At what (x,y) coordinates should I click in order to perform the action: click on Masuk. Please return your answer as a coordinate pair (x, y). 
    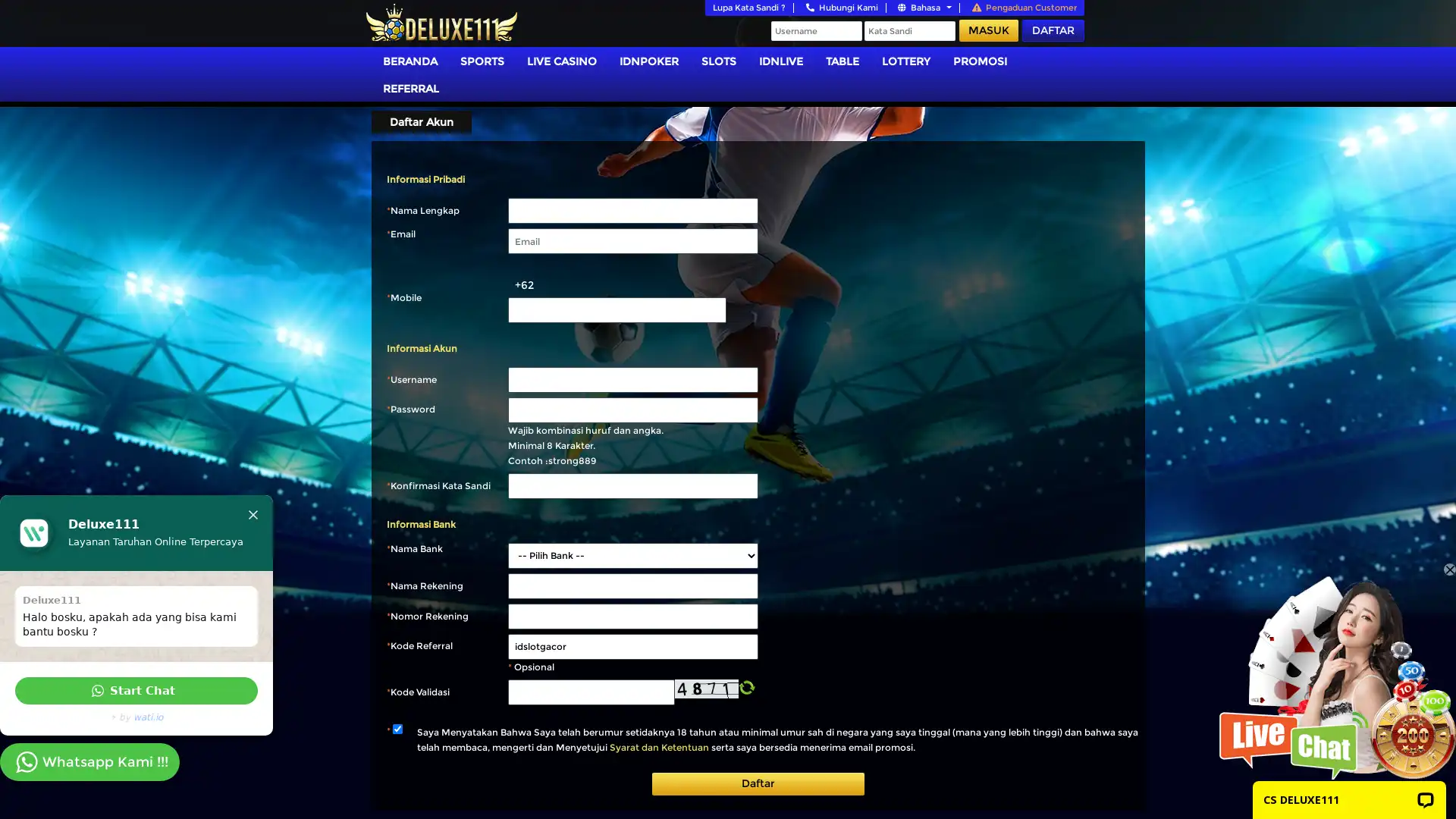
    Looking at the image, I should click on (989, 30).